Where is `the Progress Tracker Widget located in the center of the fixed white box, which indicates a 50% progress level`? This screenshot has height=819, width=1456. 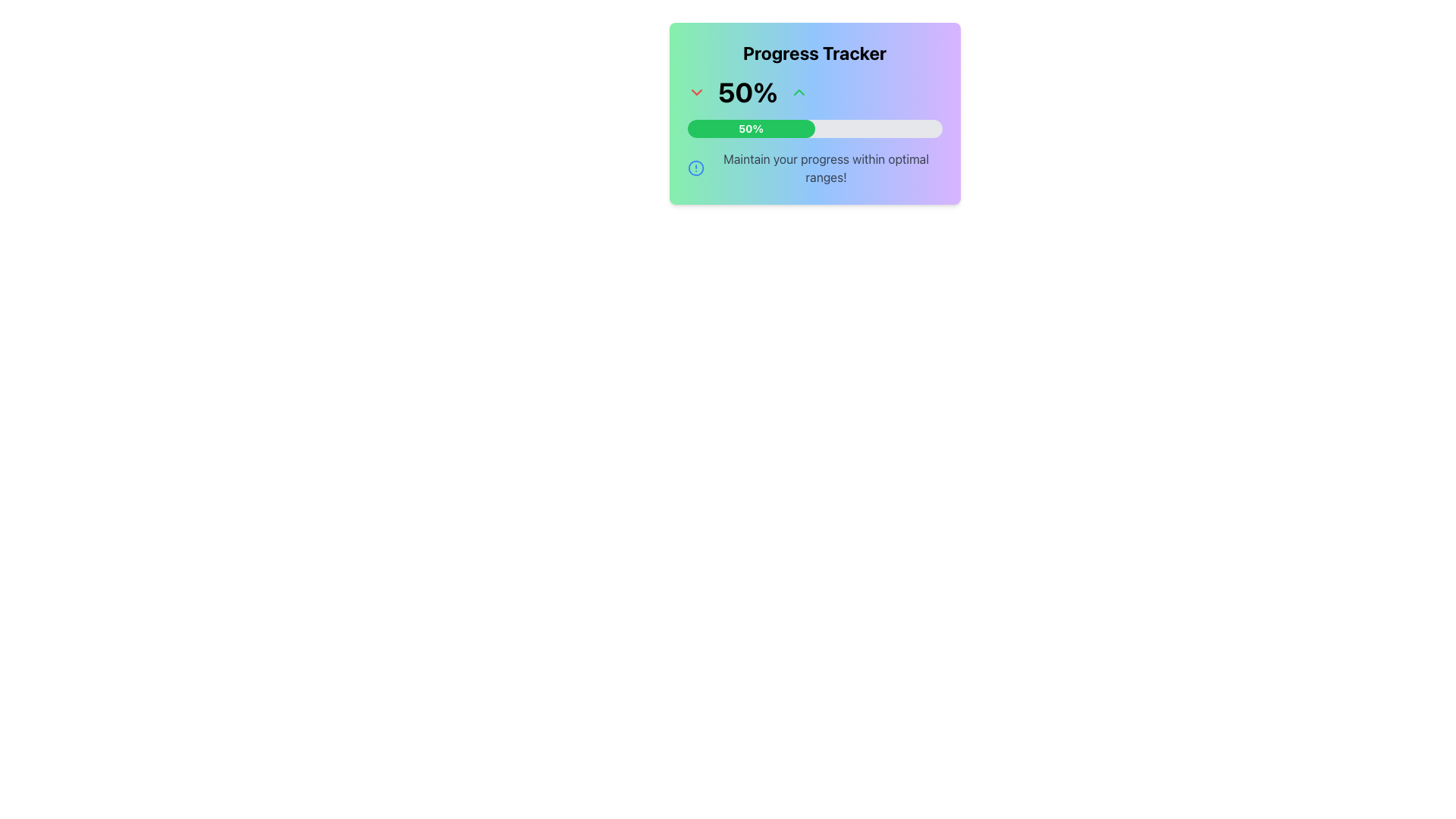 the Progress Tracker Widget located in the center of the fixed white box, which indicates a 50% progress level is located at coordinates (814, 113).